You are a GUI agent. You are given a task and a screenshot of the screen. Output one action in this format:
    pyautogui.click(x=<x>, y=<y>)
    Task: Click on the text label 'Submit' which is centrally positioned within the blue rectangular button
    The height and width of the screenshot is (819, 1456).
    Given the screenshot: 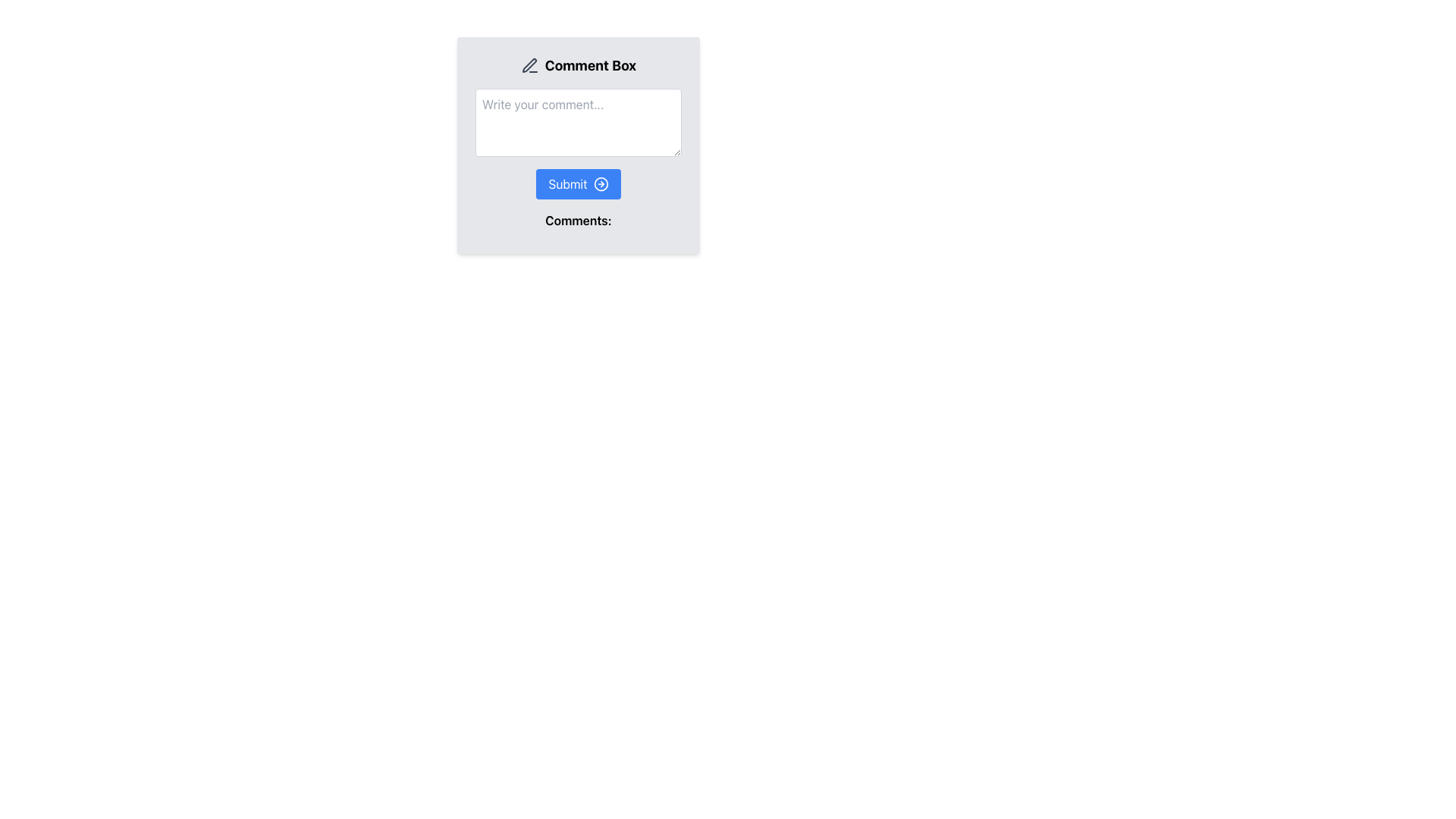 What is the action you would take?
    pyautogui.click(x=566, y=184)
    